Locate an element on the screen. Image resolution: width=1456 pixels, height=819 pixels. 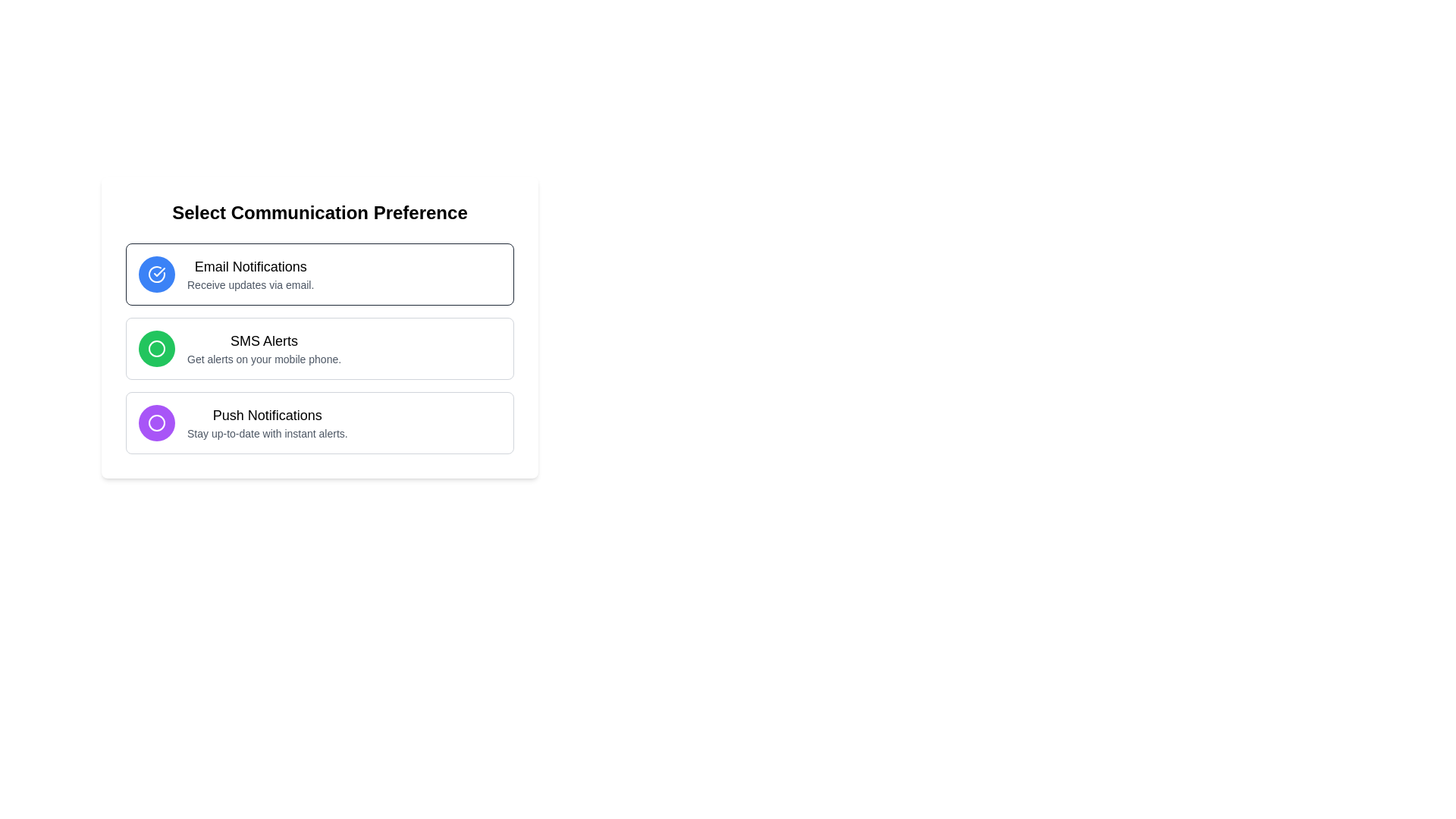
the first circular icon with a blue background and a white checkmark symbol inside, located in the 'Email Notifications' section at the top of the selectable communication options is located at coordinates (156, 275).